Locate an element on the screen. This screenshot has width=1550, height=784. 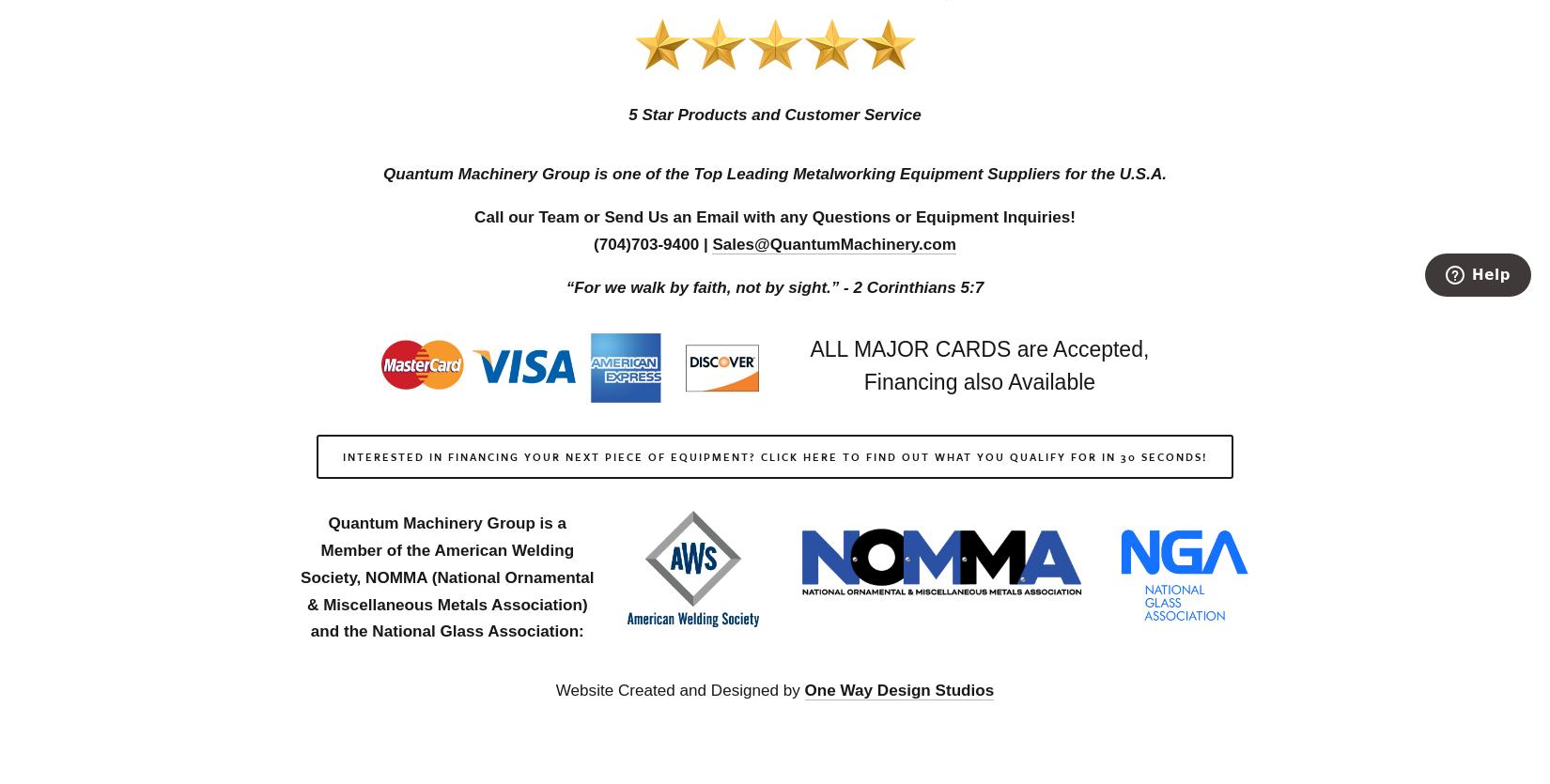
'(704)703-9400 |' is located at coordinates (651, 242).